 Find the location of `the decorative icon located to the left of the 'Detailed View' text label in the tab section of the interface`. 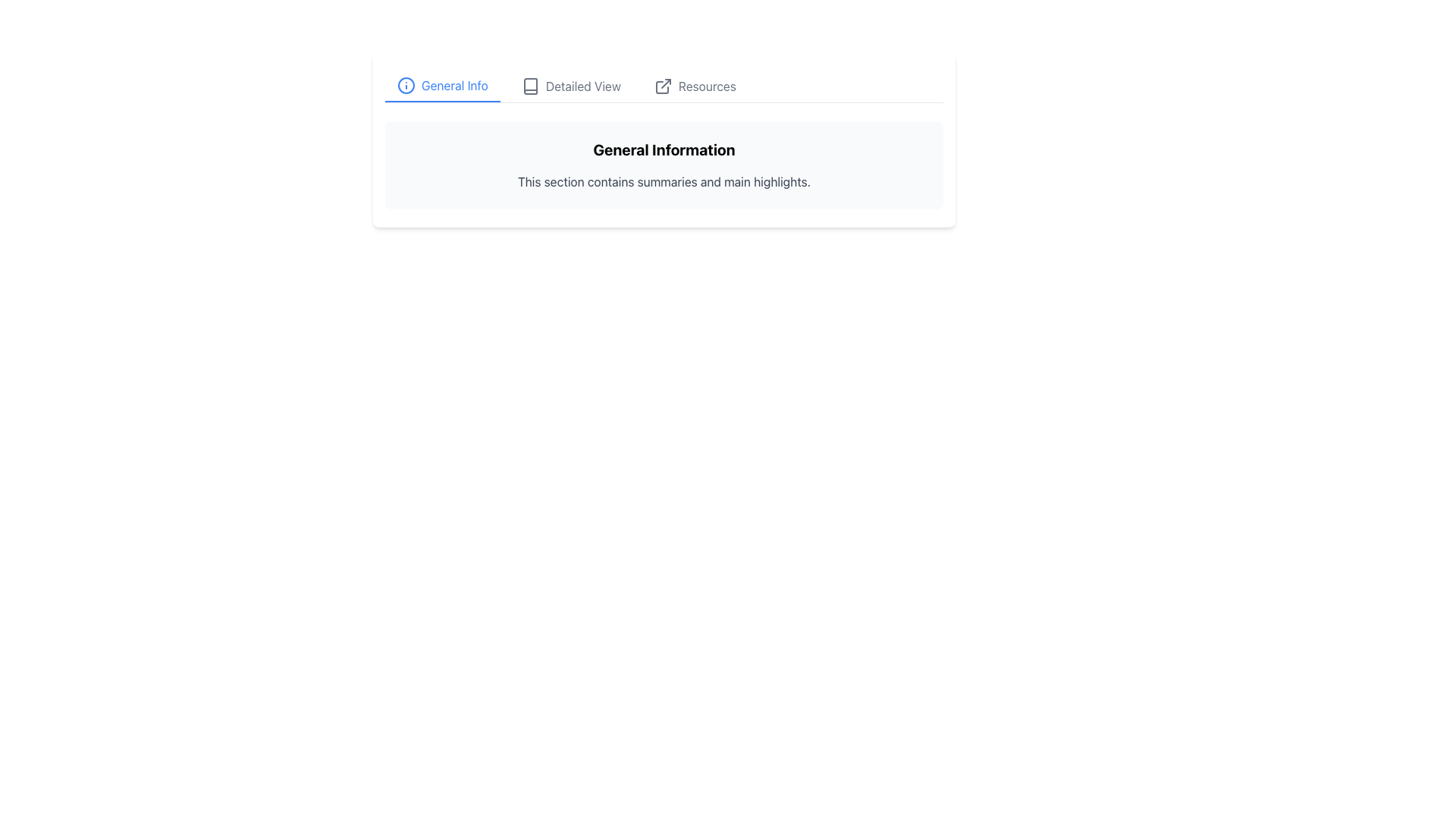

the decorative icon located to the left of the 'Detailed View' text label in the tab section of the interface is located at coordinates (530, 86).